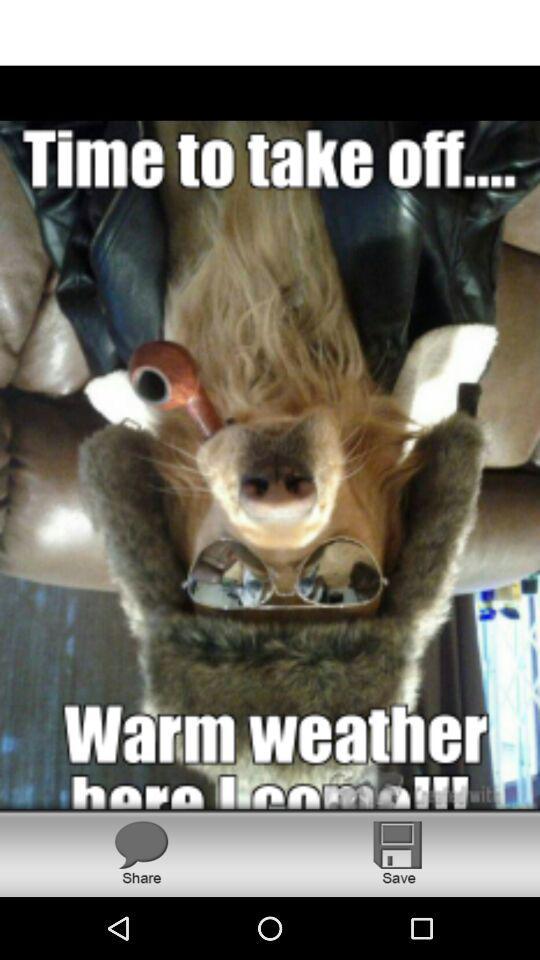  I want to click on the bookmark icon, so click(398, 851).